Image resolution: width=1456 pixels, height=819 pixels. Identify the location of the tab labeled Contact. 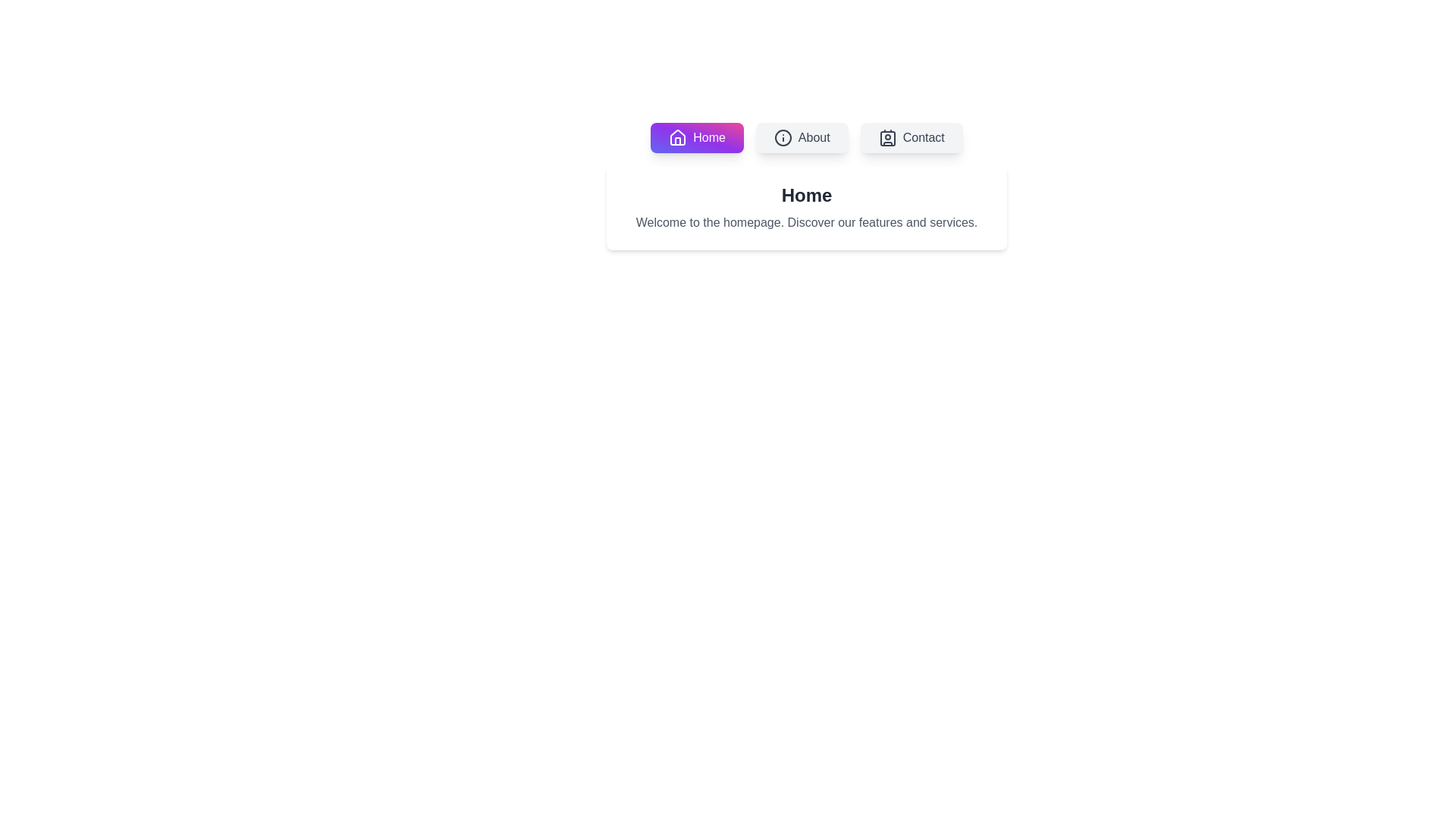
(911, 137).